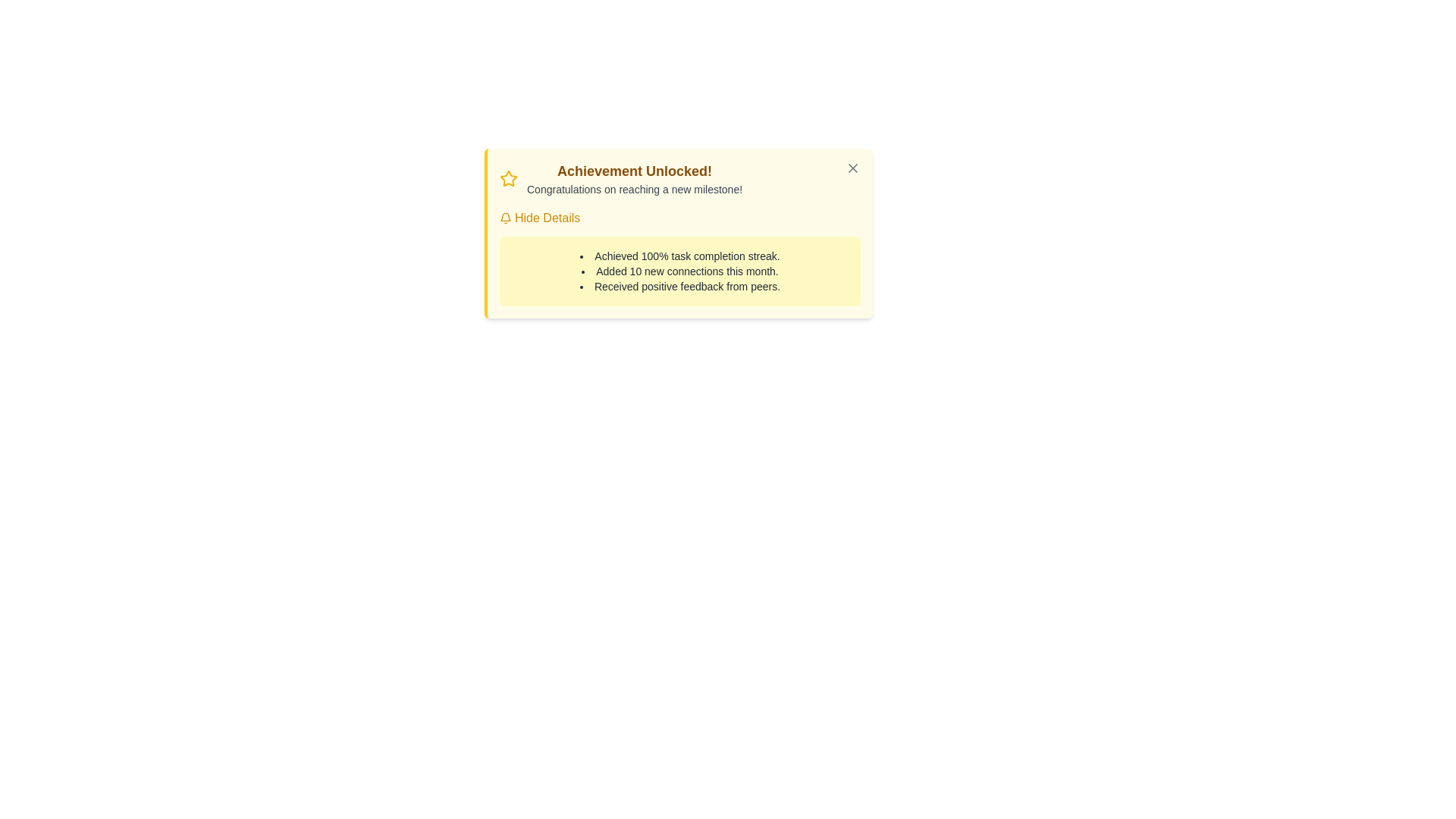 This screenshot has height=819, width=1456. What do you see at coordinates (679, 271) in the screenshot?
I see `text element that displays 'Added 10 new connections this month.' which is the second item in the achievements list under the section titled 'Achievement Unlocked!'` at bounding box center [679, 271].